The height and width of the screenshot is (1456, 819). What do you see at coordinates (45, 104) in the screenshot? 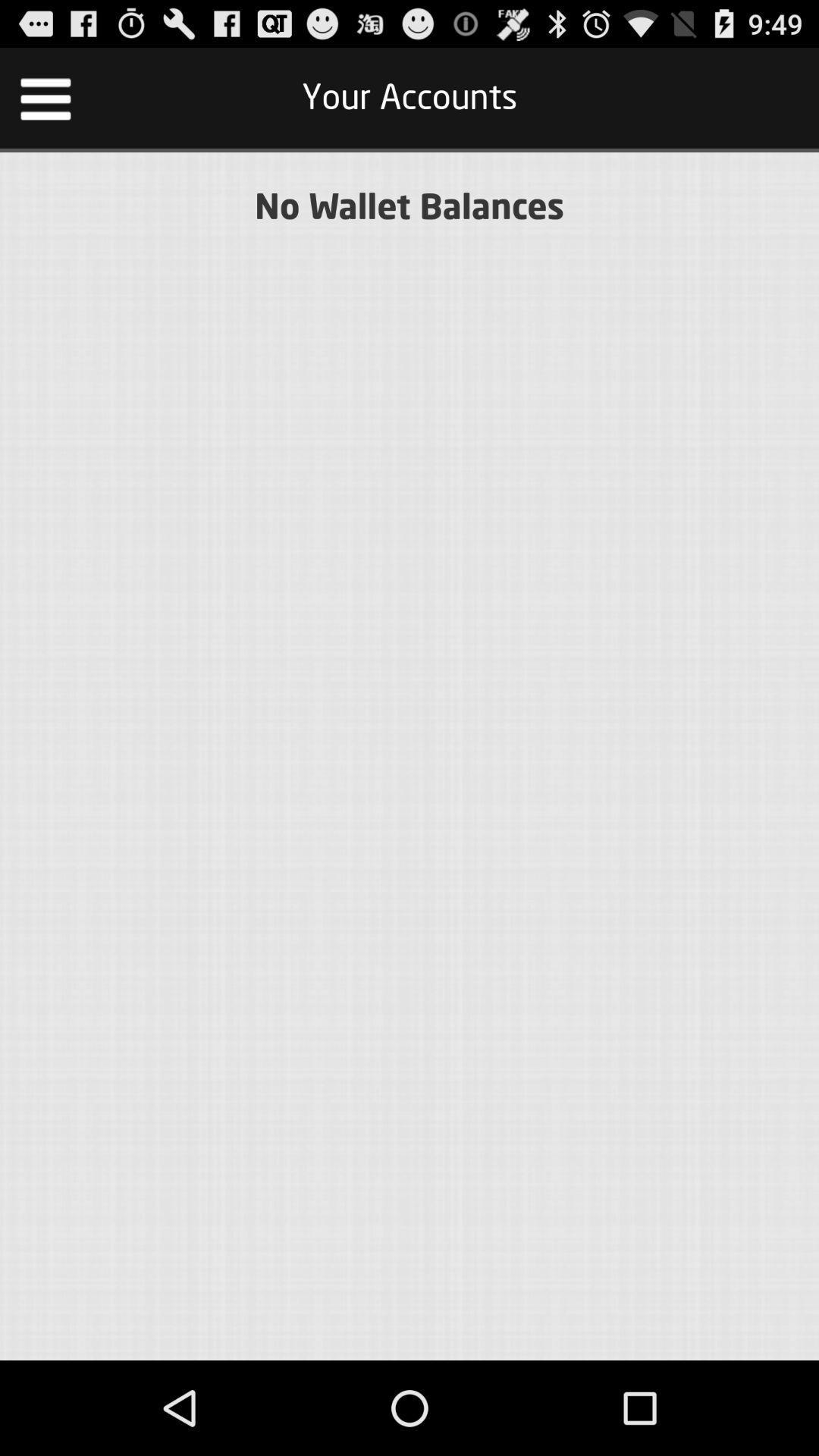
I see `the menu icon` at bounding box center [45, 104].